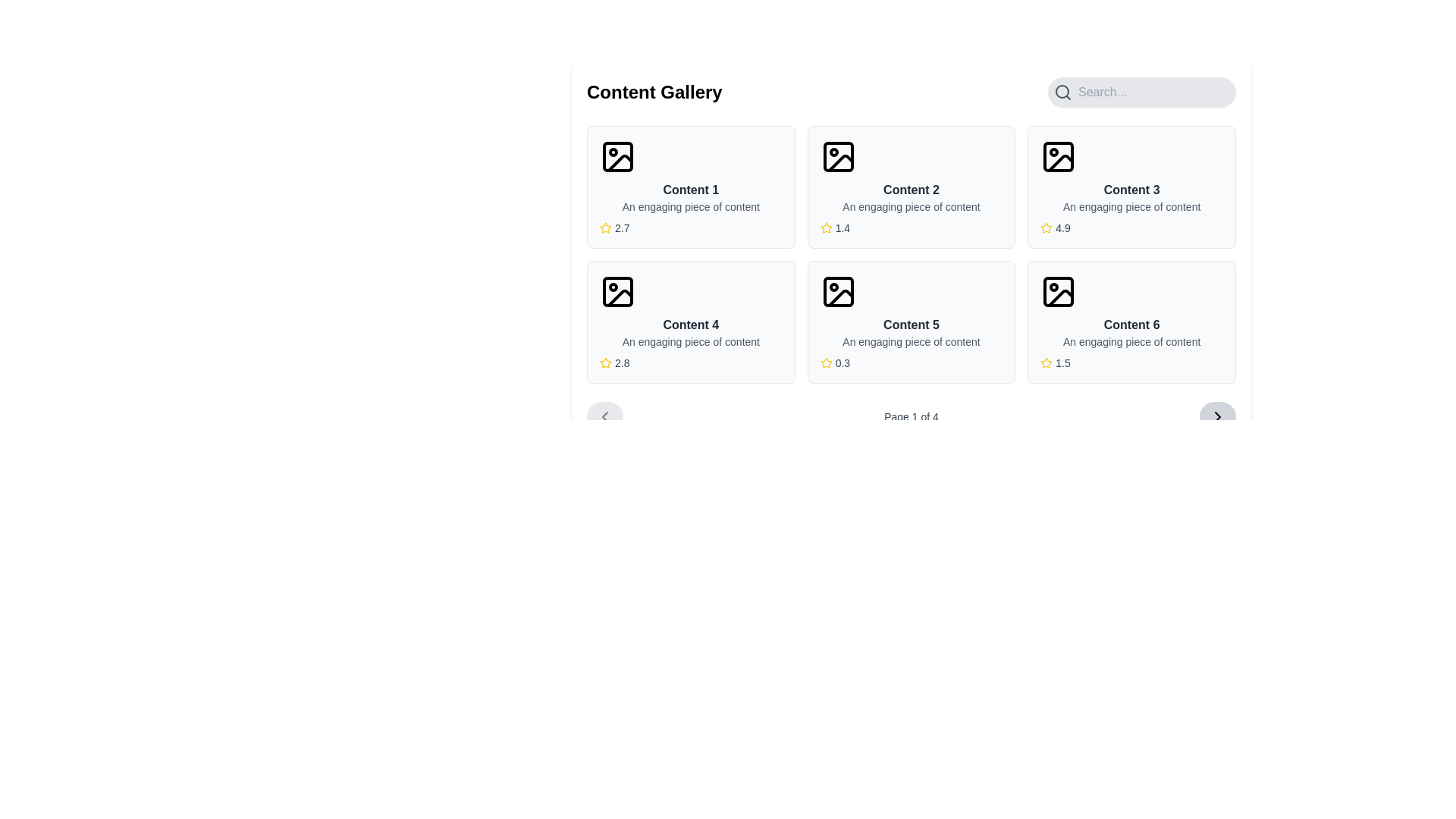 The width and height of the screenshot is (1456, 819). What do you see at coordinates (618, 292) in the screenshot?
I see `the rounded rectangle background element within the content card labeled 'Content 4' located in the second row, first column of the grid` at bounding box center [618, 292].